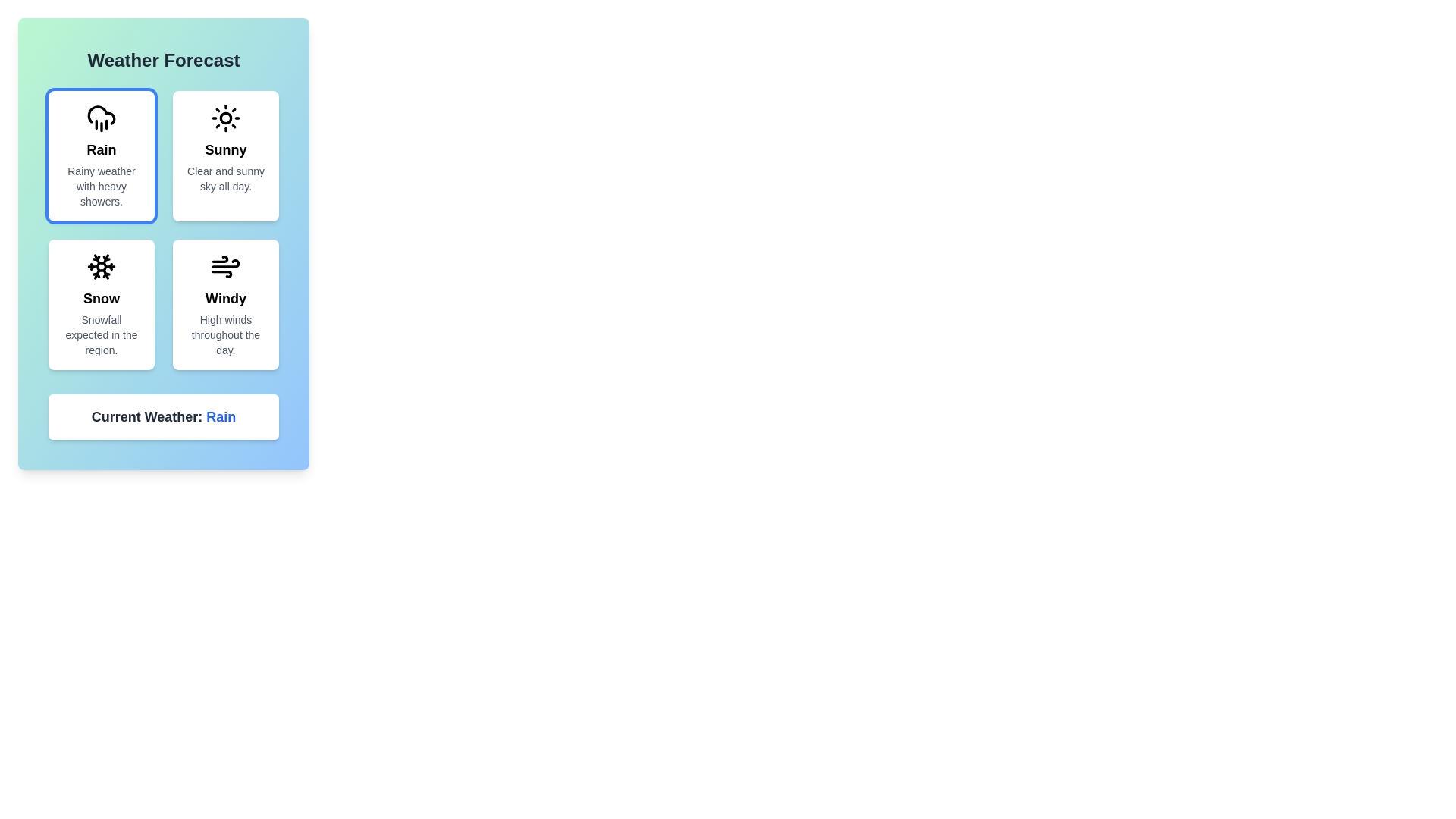 The width and height of the screenshot is (1456, 819). Describe the element at coordinates (101, 117) in the screenshot. I see `the rain cloud icon representing 'Rainy weather with heavy showers' located in the top-left corner of the first weather card` at that location.